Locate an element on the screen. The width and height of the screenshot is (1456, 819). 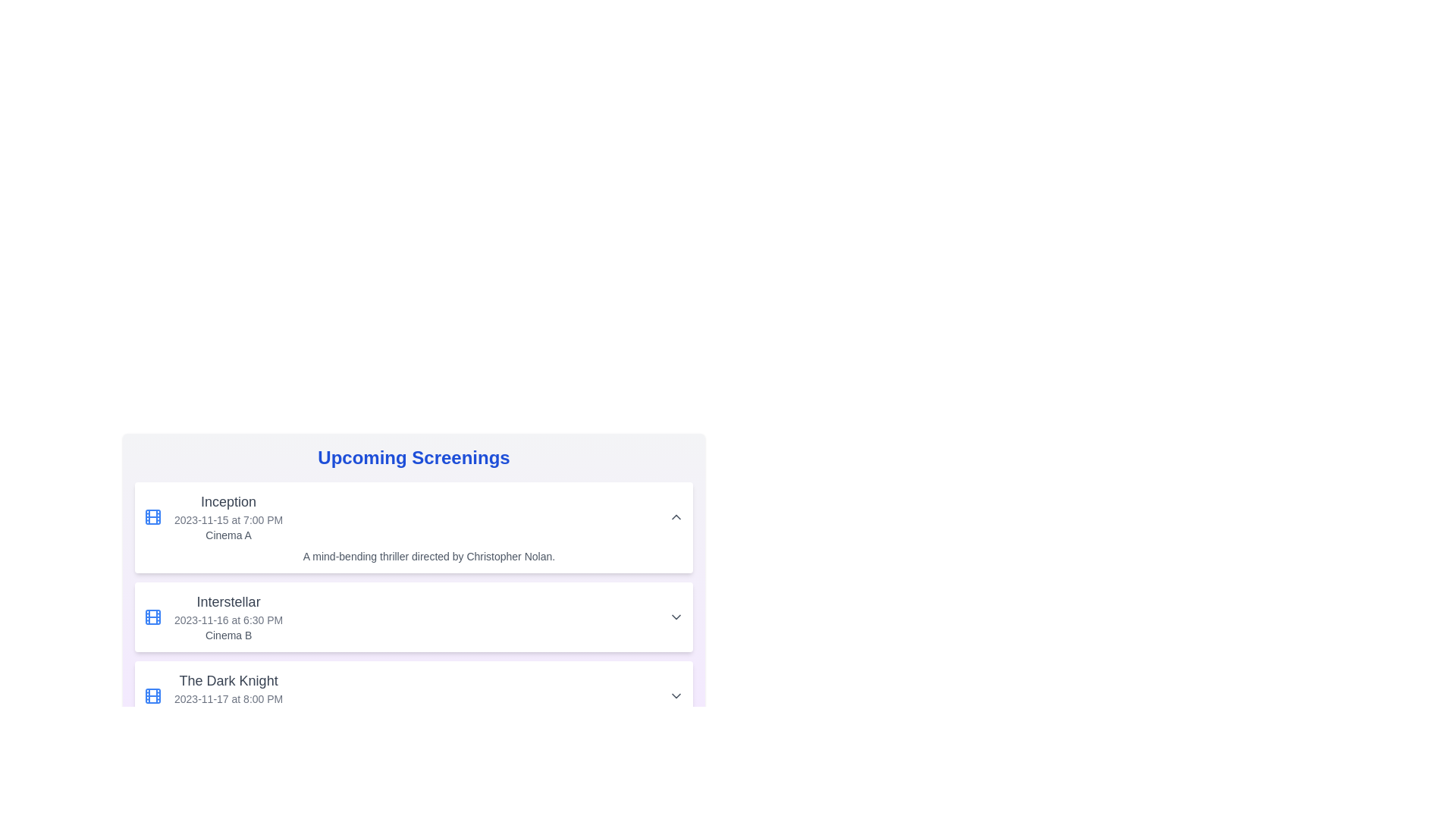
the gray textual paragraph reading 'A mind-bending thriller directed by Christopher Nolan.' located at the bottom of the first event card under the movie 'Inception' is located at coordinates (414, 556).